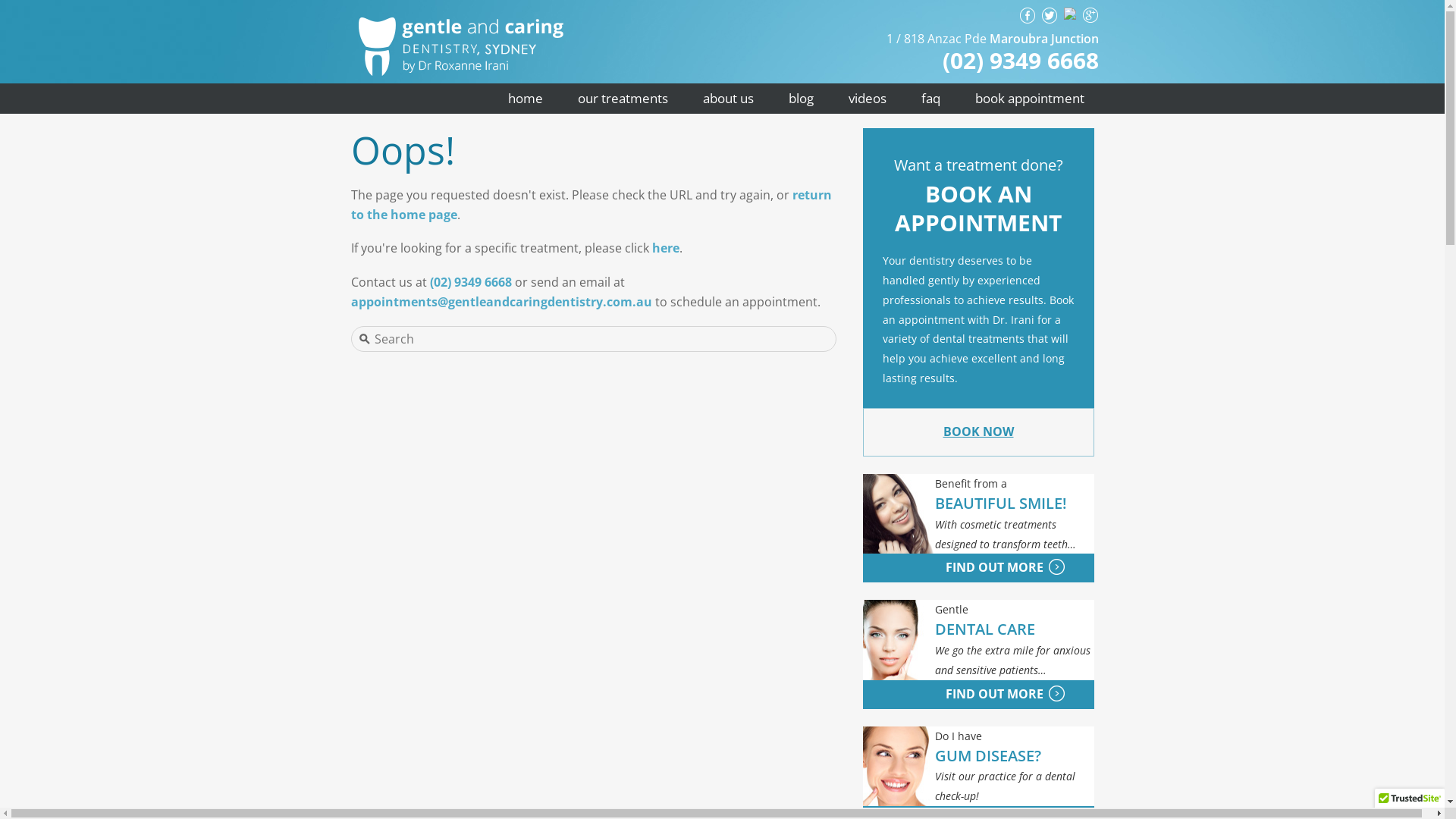  What do you see at coordinates (1029, 99) in the screenshot?
I see `'book appointment'` at bounding box center [1029, 99].